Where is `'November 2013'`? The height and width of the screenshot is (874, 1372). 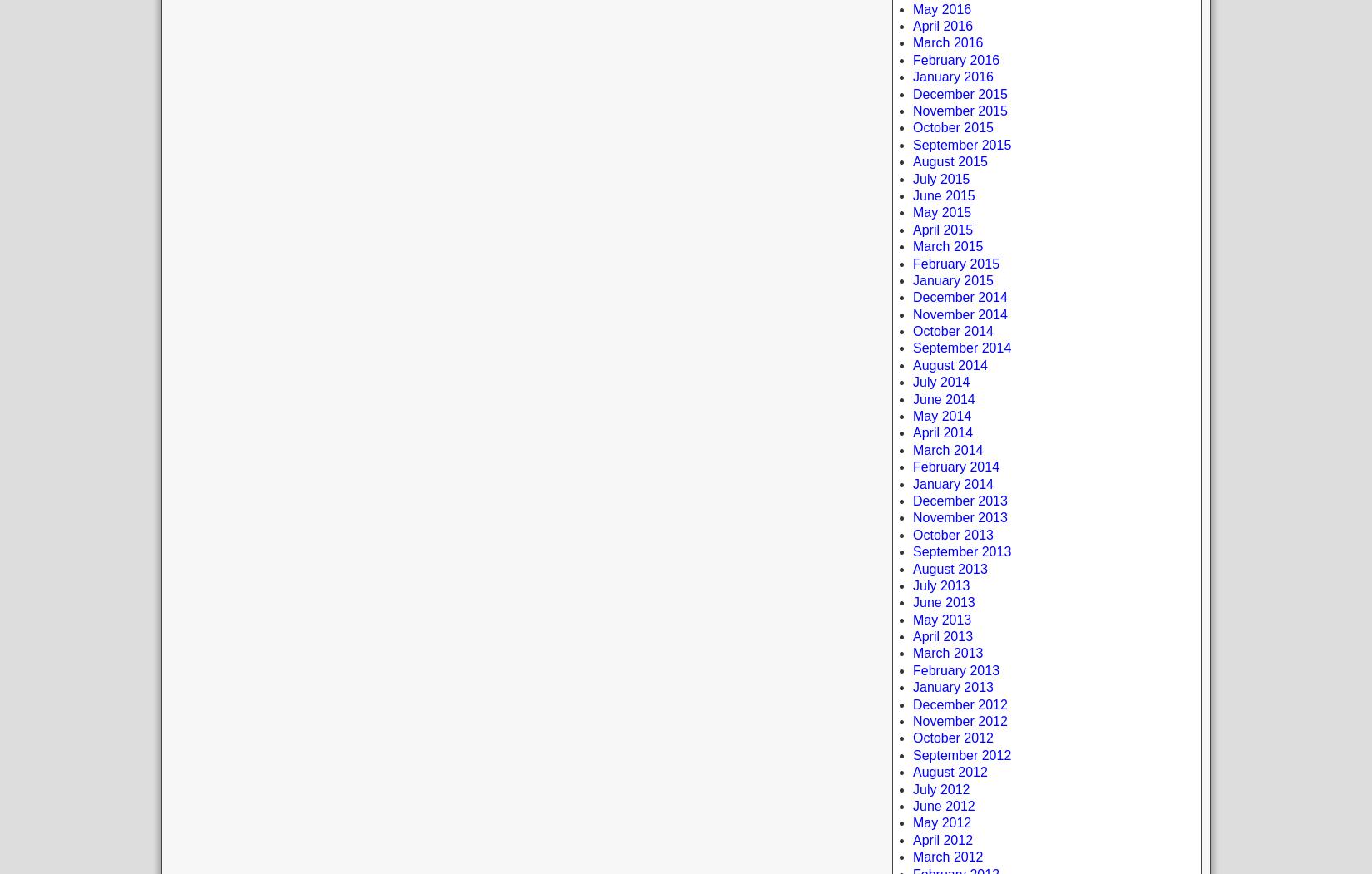
'November 2013' is located at coordinates (913, 516).